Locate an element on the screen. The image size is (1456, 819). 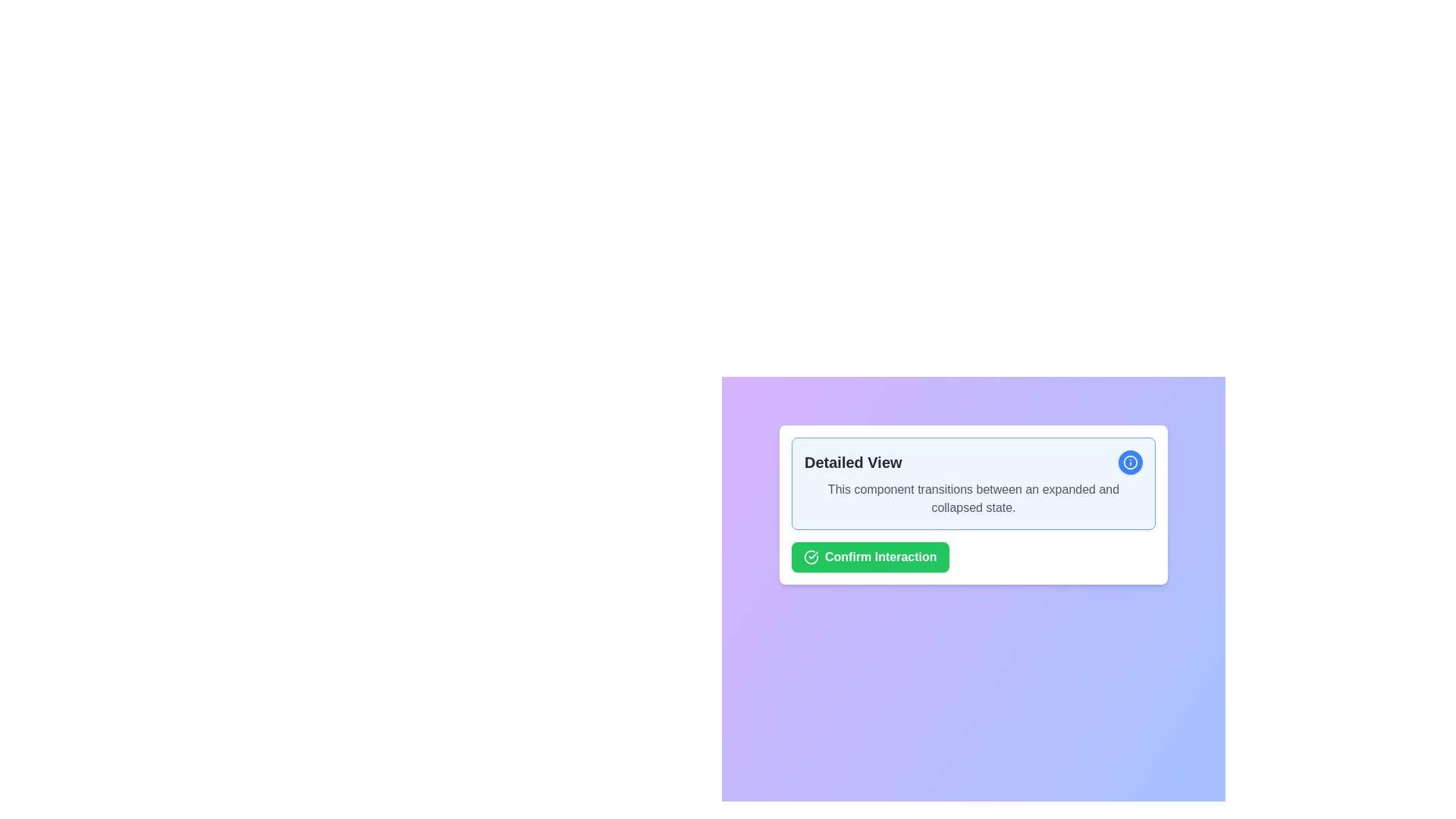
the circular blue button with a white information icon located in the top-right corner of the 'Detailed View' section is located at coordinates (1131, 461).